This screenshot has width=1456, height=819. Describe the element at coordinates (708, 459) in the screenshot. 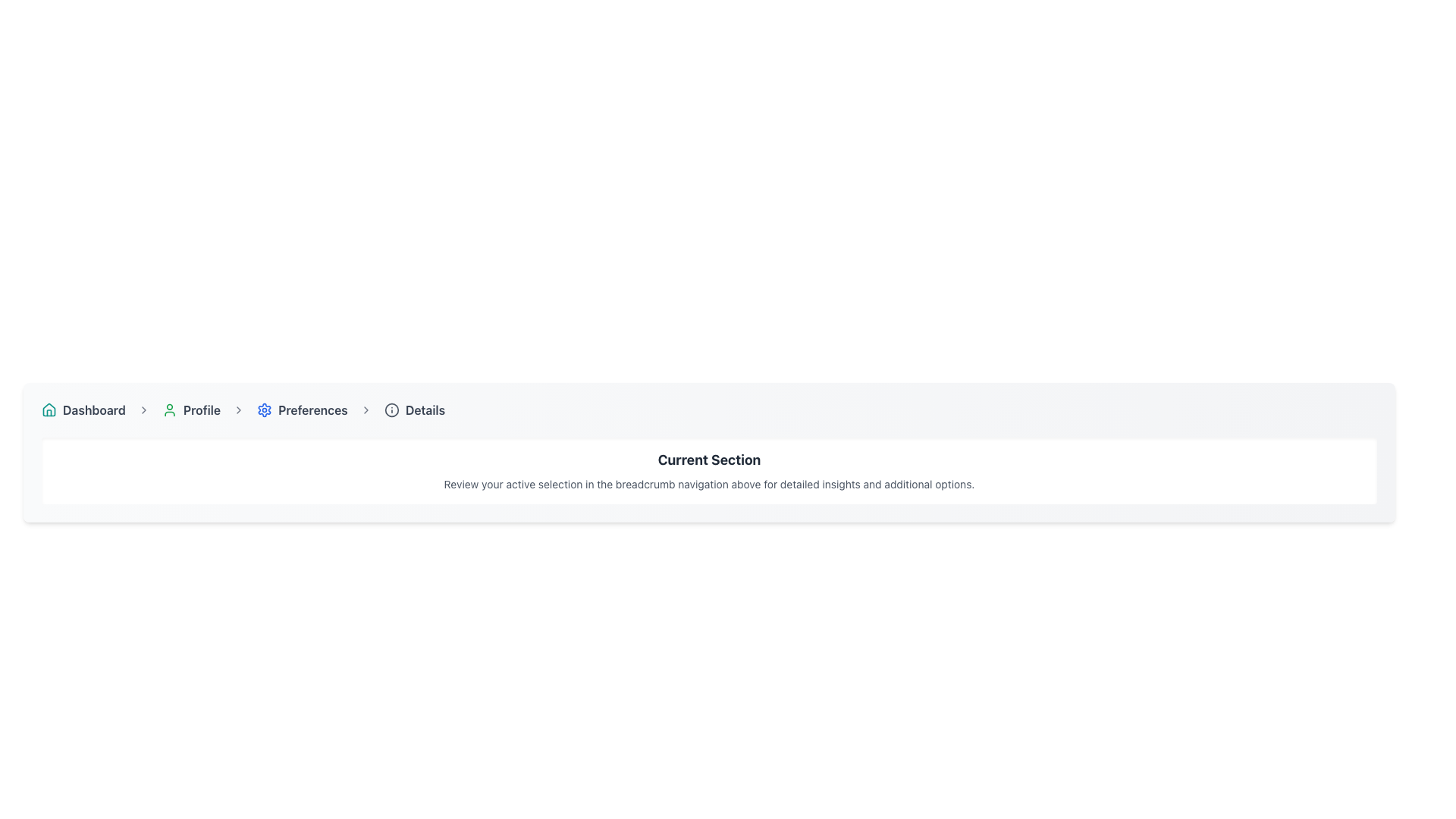

I see `the Text Label that indicates the current section or context the user is browsing, which is centrally aligned above the descriptive text` at that location.